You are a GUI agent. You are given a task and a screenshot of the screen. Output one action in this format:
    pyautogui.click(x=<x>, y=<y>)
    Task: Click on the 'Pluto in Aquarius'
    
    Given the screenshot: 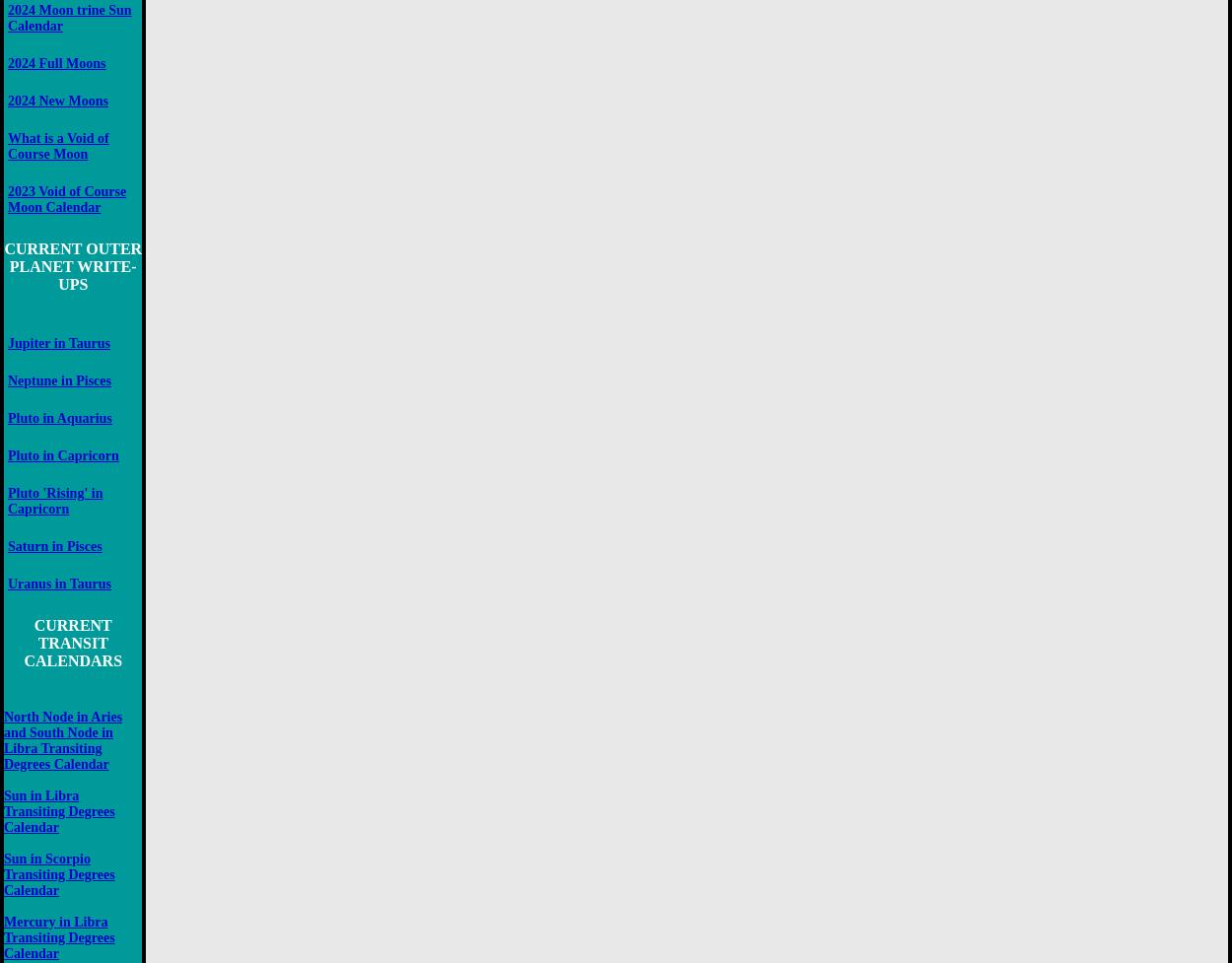 What is the action you would take?
    pyautogui.click(x=59, y=418)
    